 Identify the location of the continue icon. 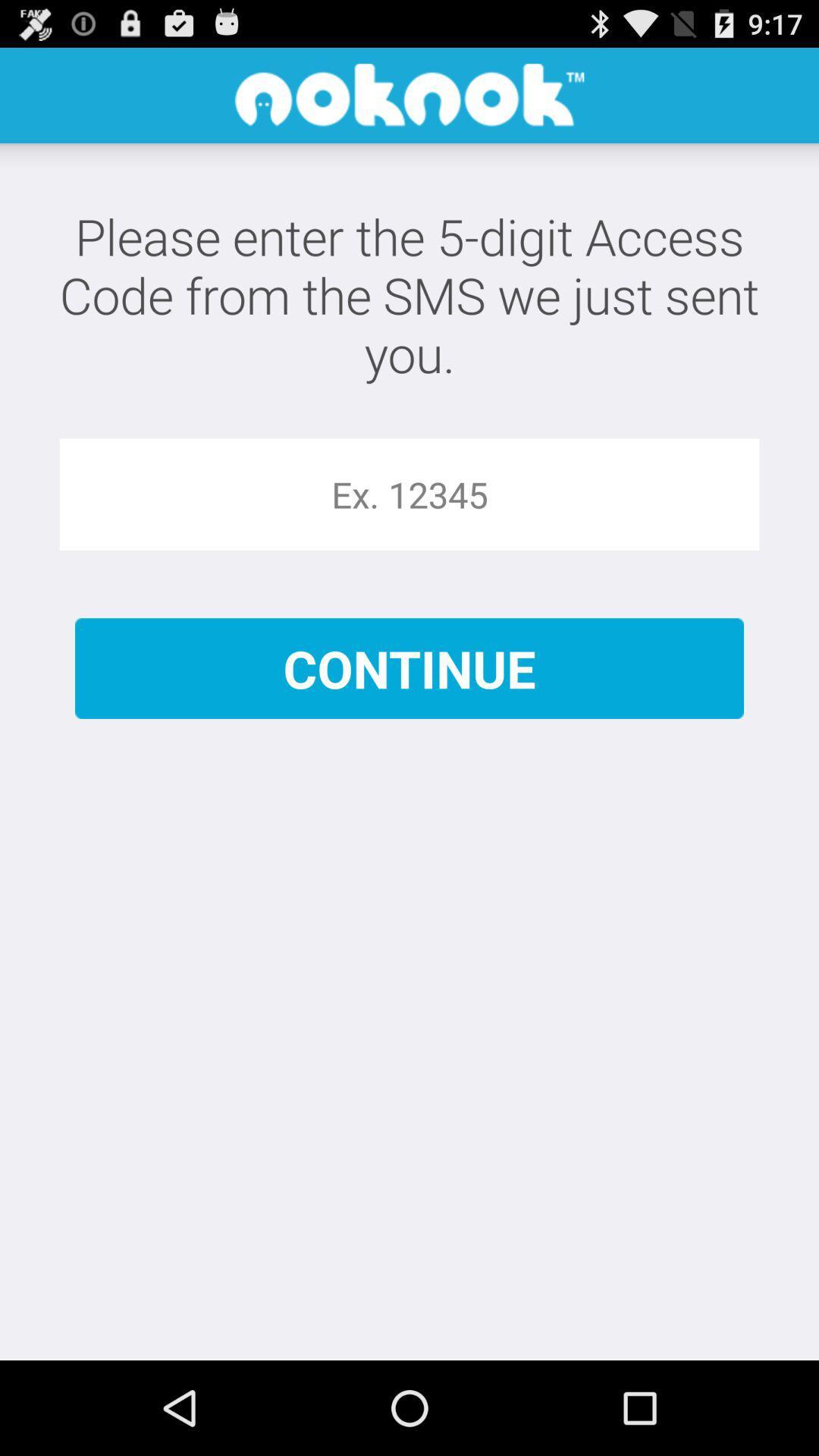
(409, 667).